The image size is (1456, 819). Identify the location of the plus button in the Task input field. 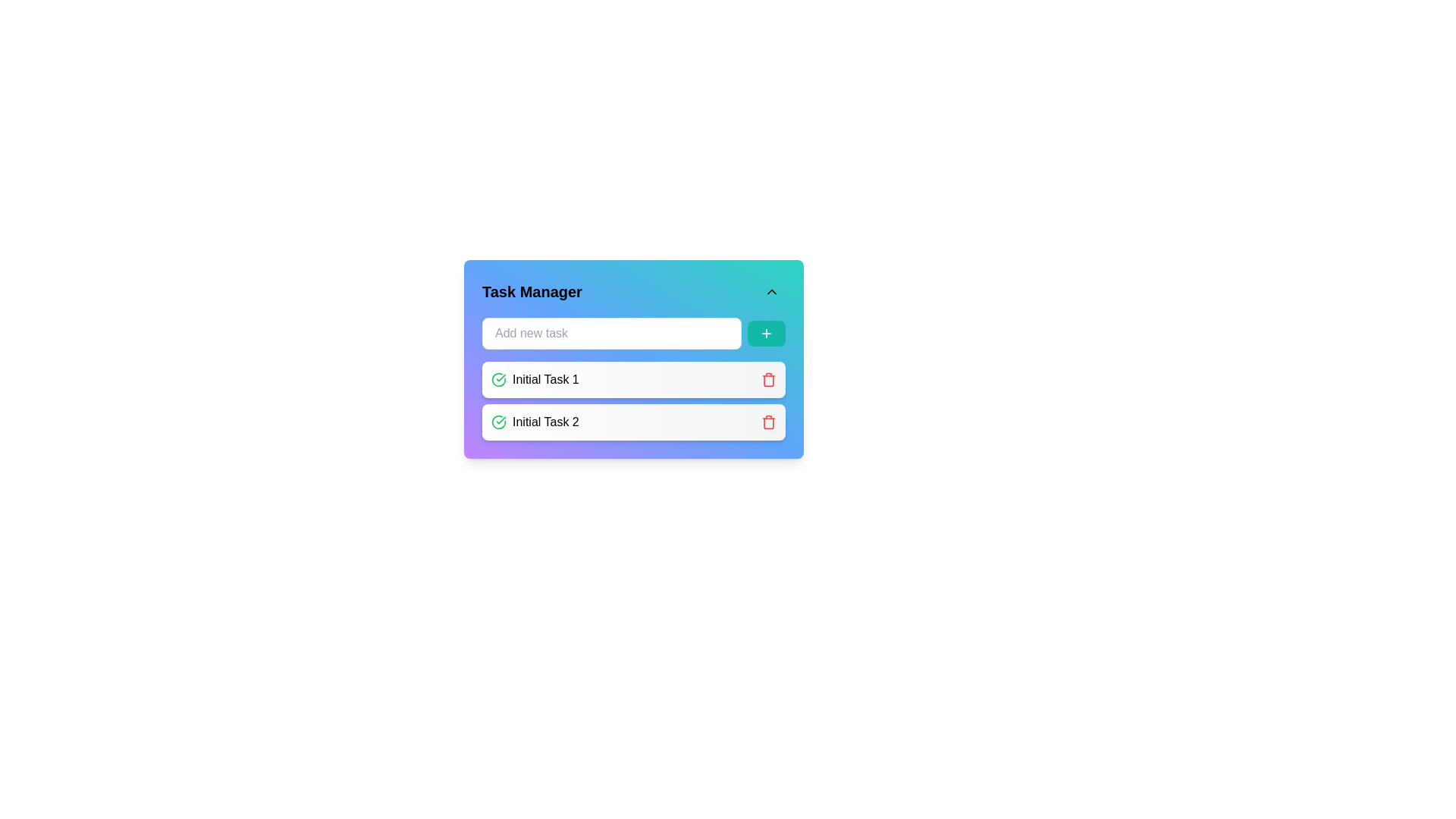
(633, 332).